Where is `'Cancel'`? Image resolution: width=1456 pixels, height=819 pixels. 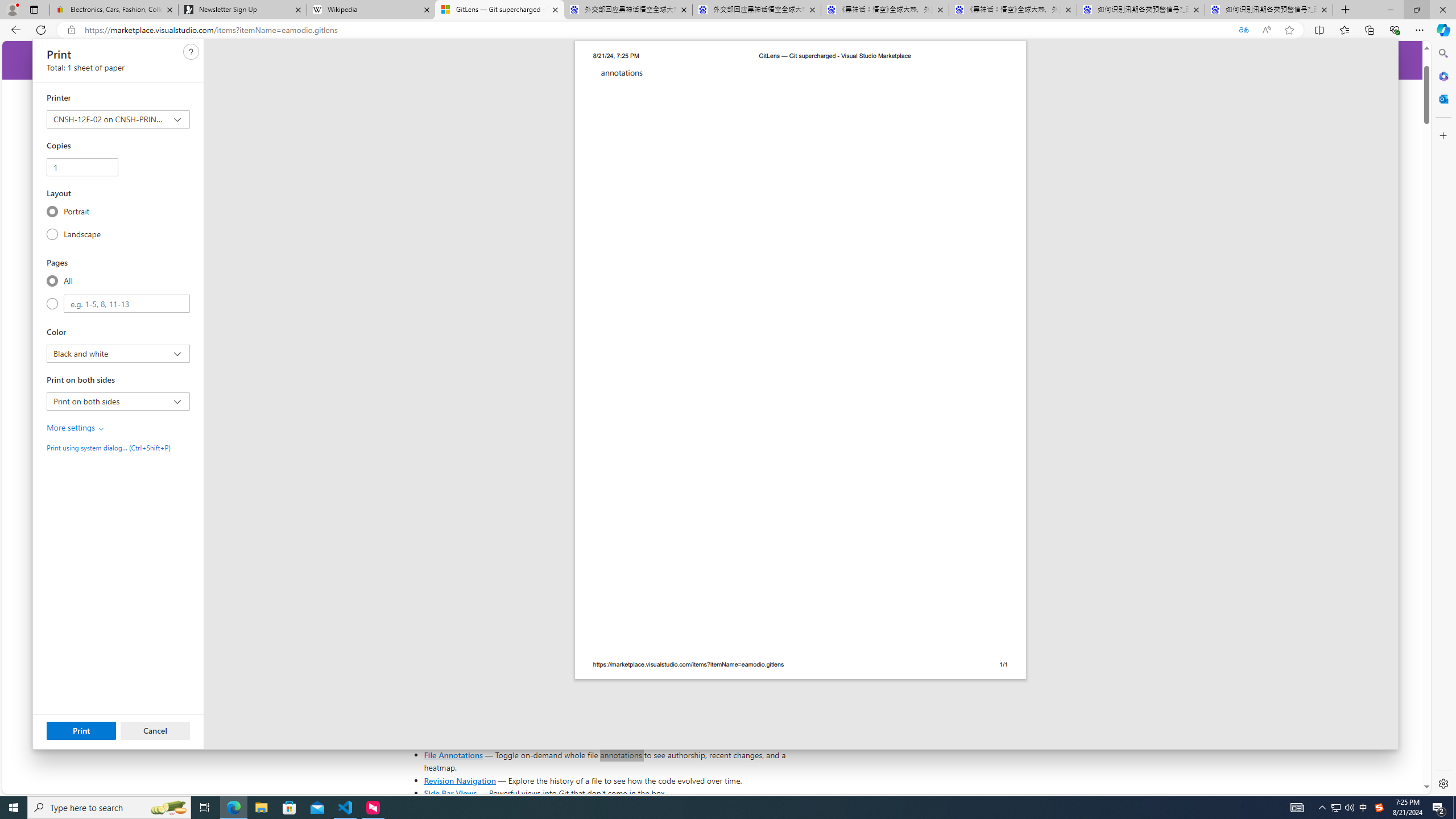 'Cancel' is located at coordinates (155, 730).